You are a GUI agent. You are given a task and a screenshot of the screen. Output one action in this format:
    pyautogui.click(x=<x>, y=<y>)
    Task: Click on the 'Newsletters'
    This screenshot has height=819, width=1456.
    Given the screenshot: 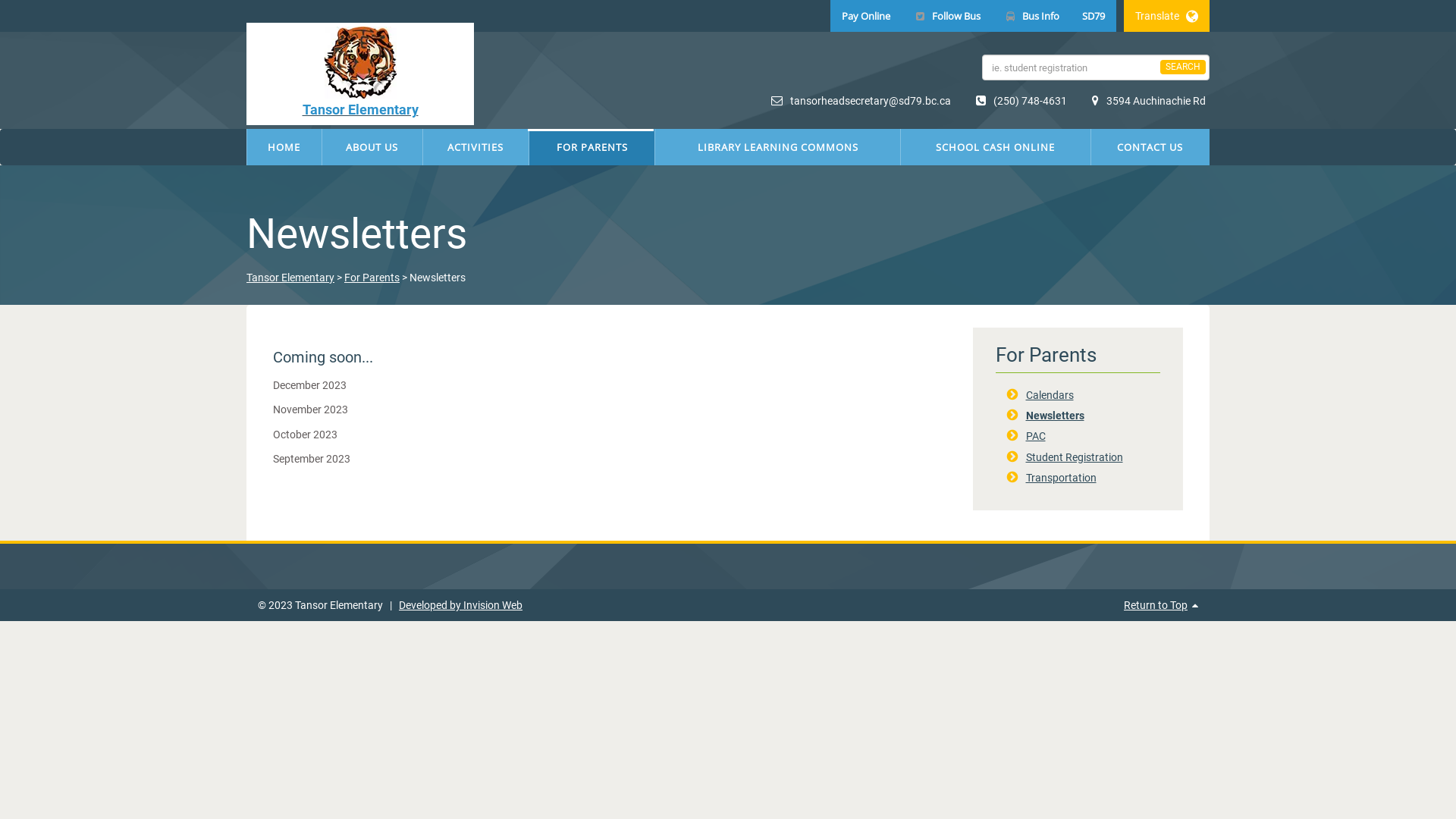 What is the action you would take?
    pyautogui.click(x=1053, y=415)
    